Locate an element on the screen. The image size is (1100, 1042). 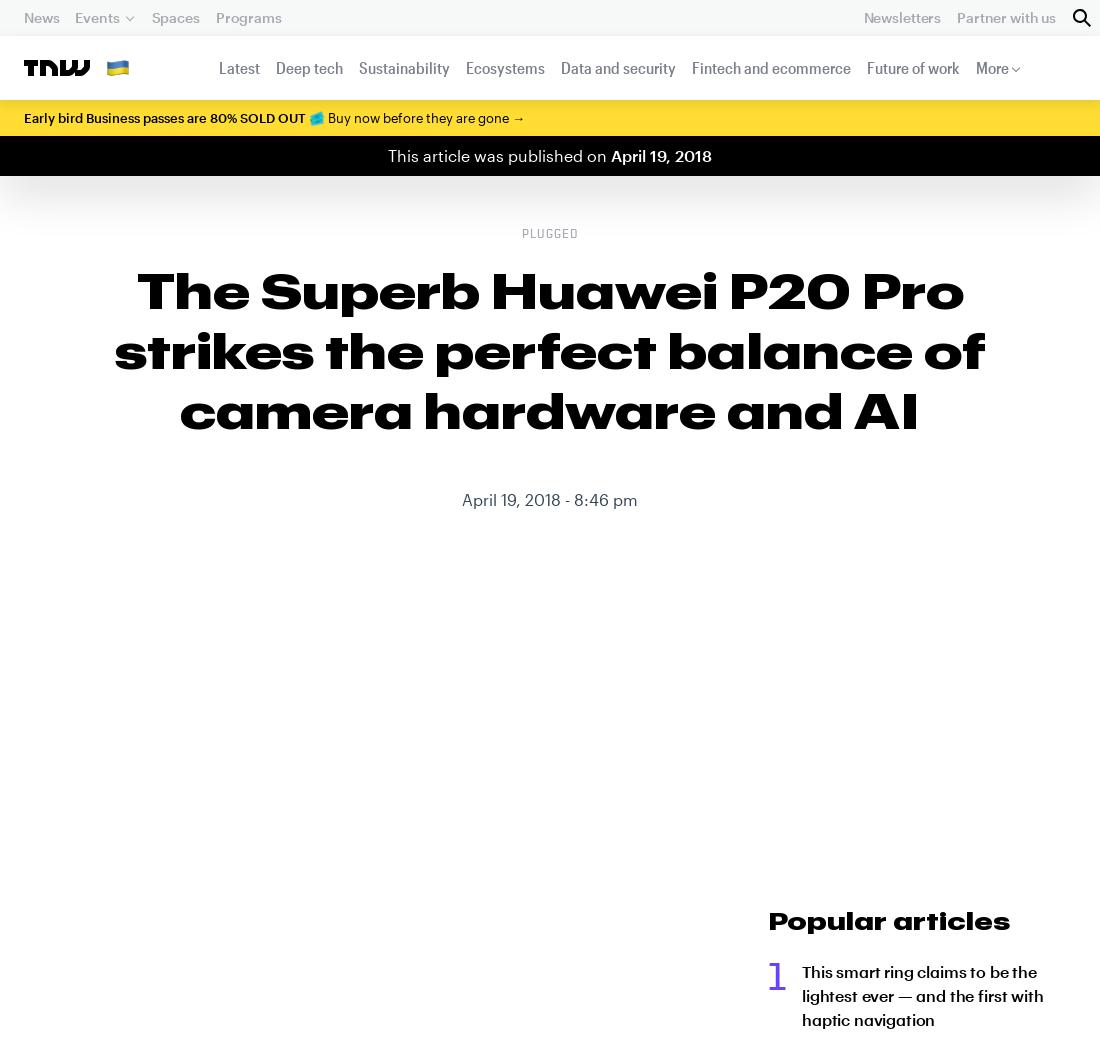
'News' is located at coordinates (40, 16).